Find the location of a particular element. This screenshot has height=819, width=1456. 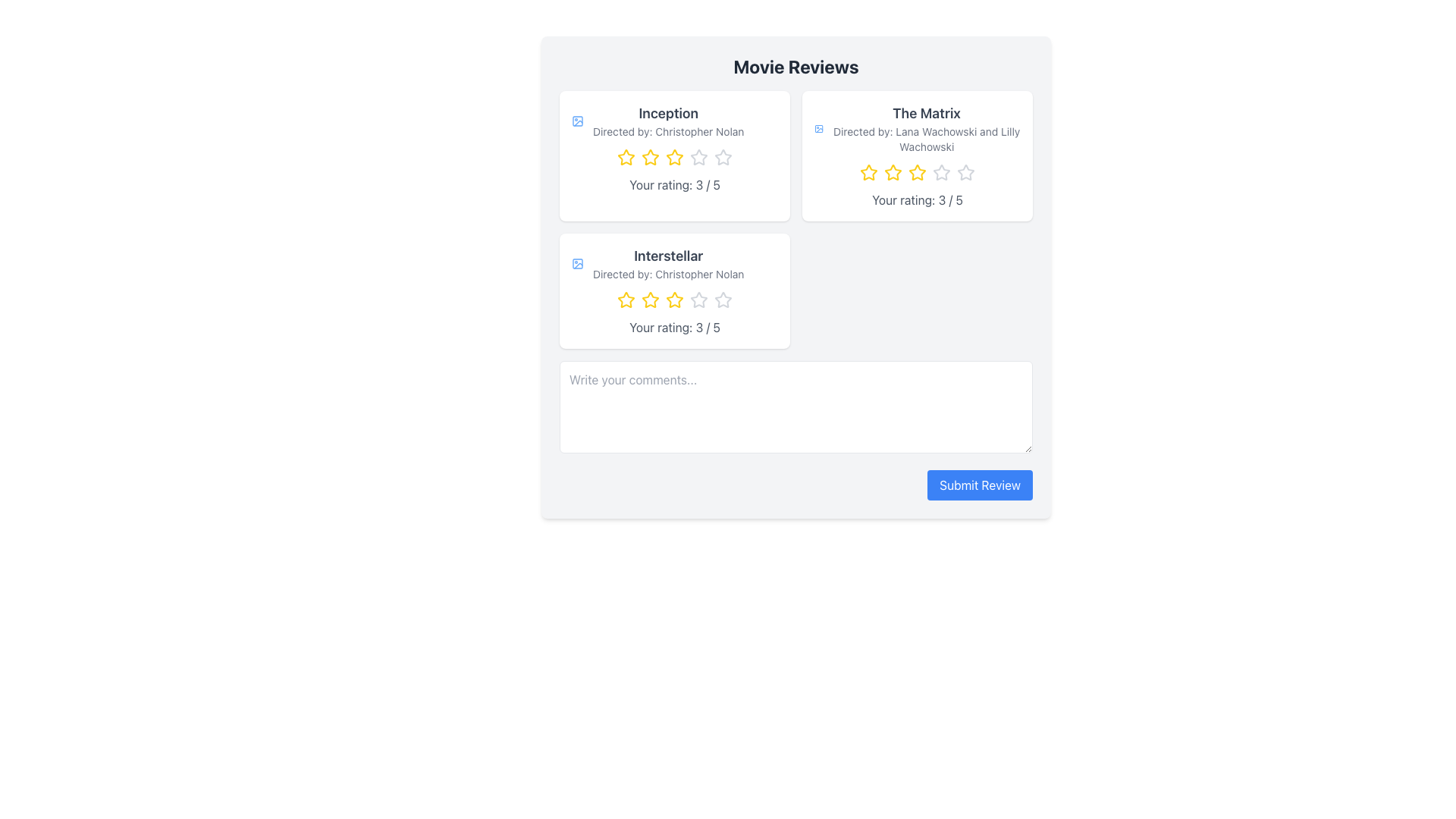

the second star icon in the horizontal row of five stars used for rating in the 'Inception' review card to set or modify the rating is located at coordinates (651, 157).